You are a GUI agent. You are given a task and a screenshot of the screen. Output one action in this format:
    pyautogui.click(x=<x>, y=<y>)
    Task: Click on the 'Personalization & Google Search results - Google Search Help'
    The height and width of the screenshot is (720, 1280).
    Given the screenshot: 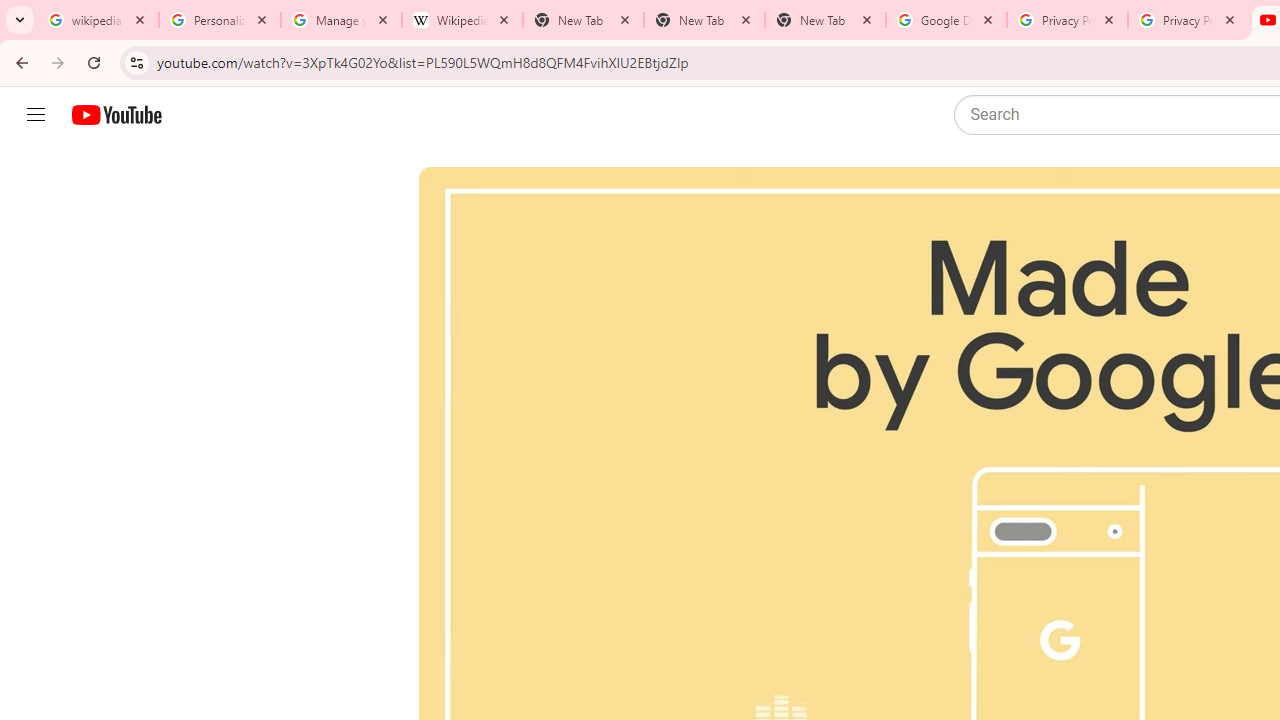 What is the action you would take?
    pyautogui.click(x=220, y=20)
    